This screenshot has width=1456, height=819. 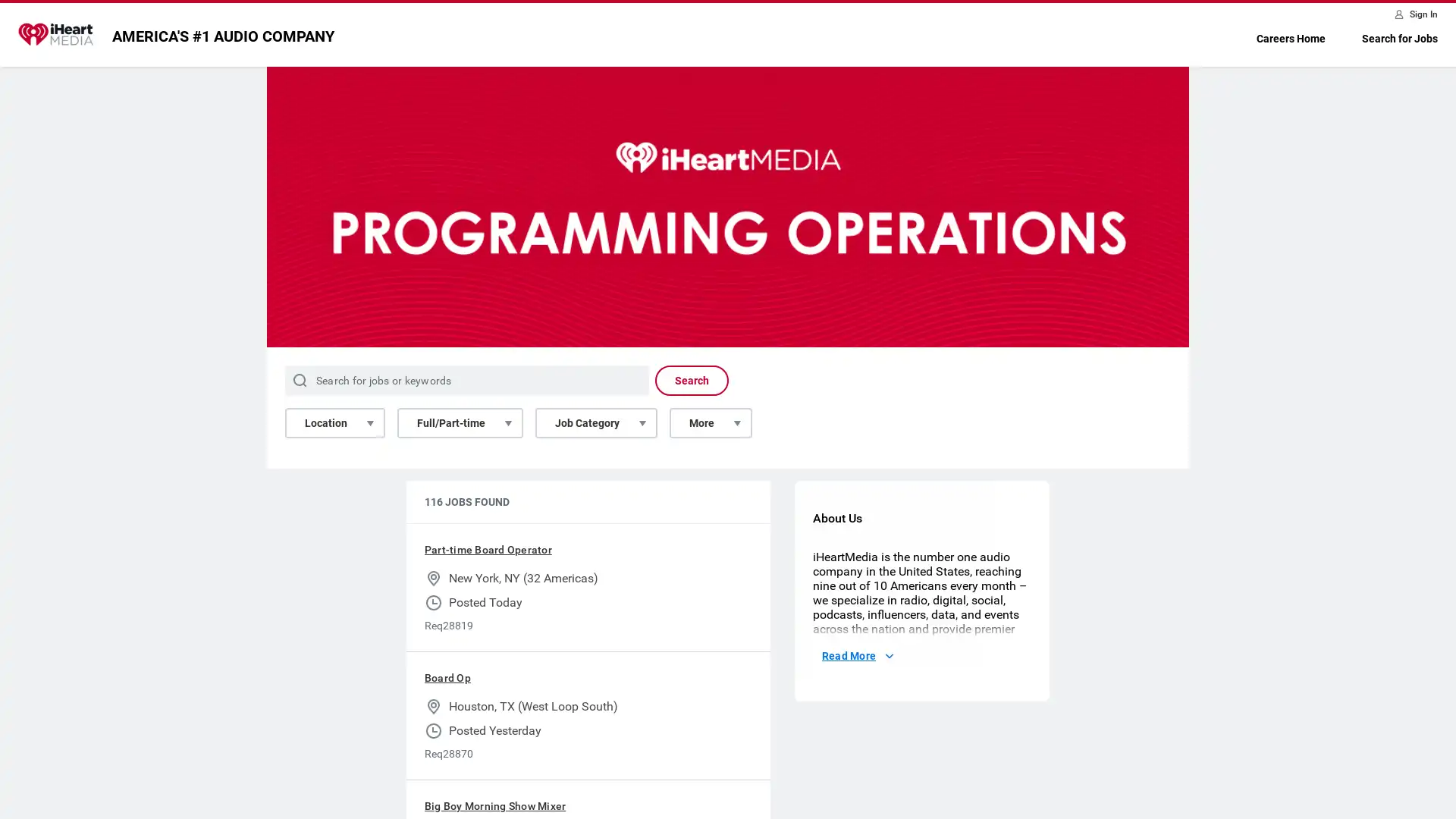 I want to click on Location, so click(x=334, y=423).